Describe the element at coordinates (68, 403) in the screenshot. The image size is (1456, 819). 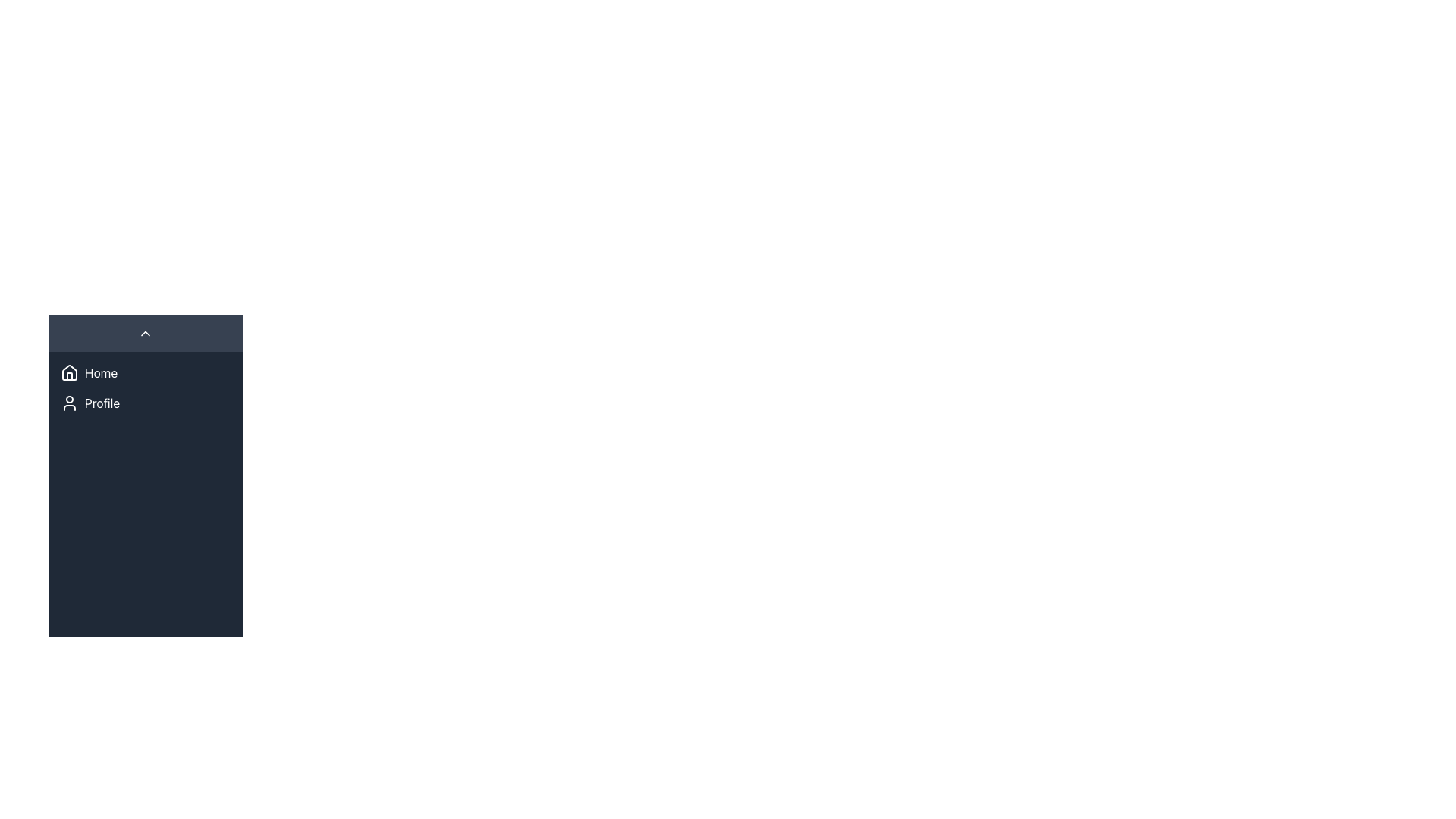
I see `the profile icon located in the vertical sidebar menu` at that location.